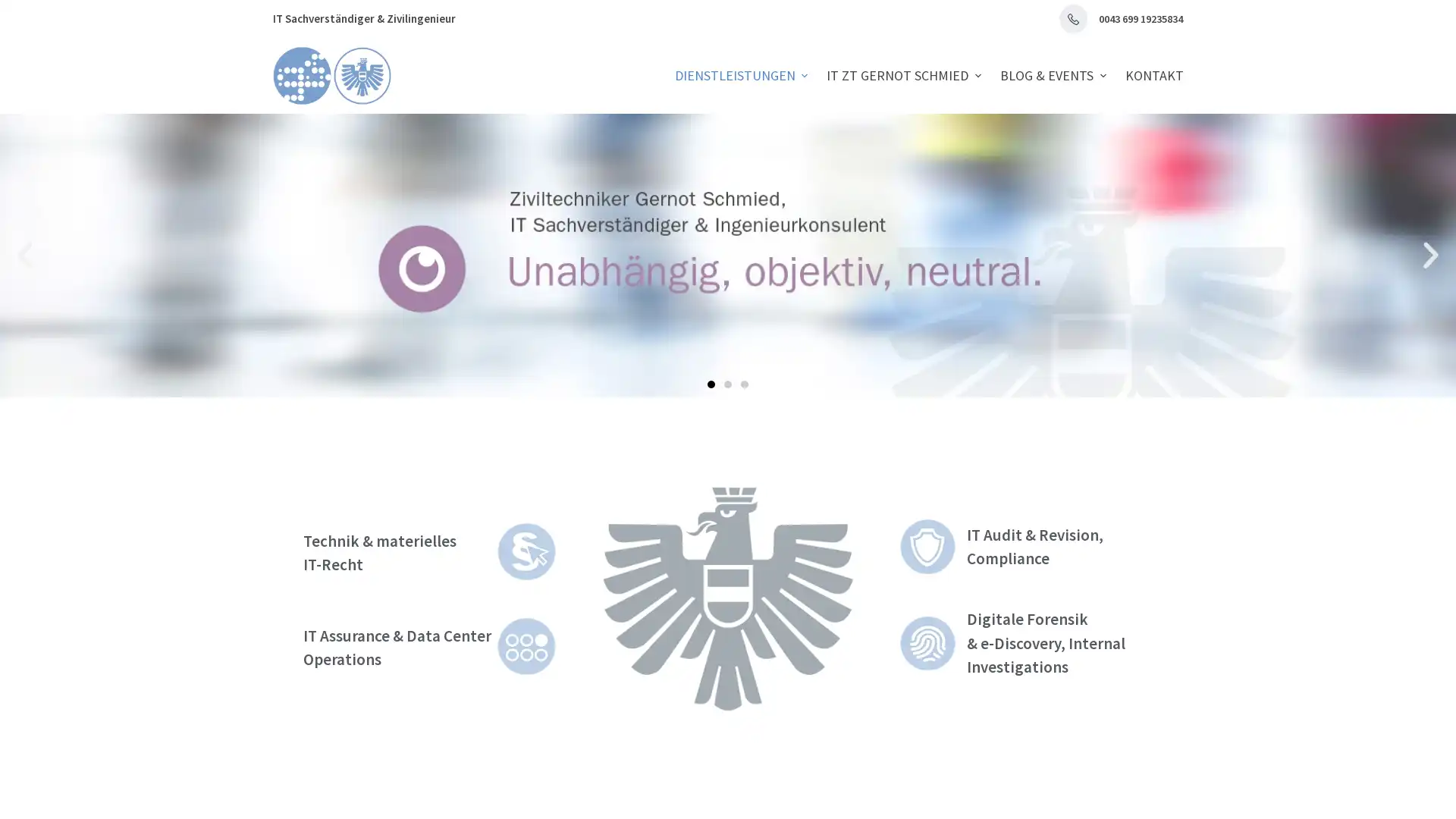 The image size is (1456, 819). Describe the element at coordinates (1103, 76) in the screenshot. I see `Expand dropdown menu` at that location.